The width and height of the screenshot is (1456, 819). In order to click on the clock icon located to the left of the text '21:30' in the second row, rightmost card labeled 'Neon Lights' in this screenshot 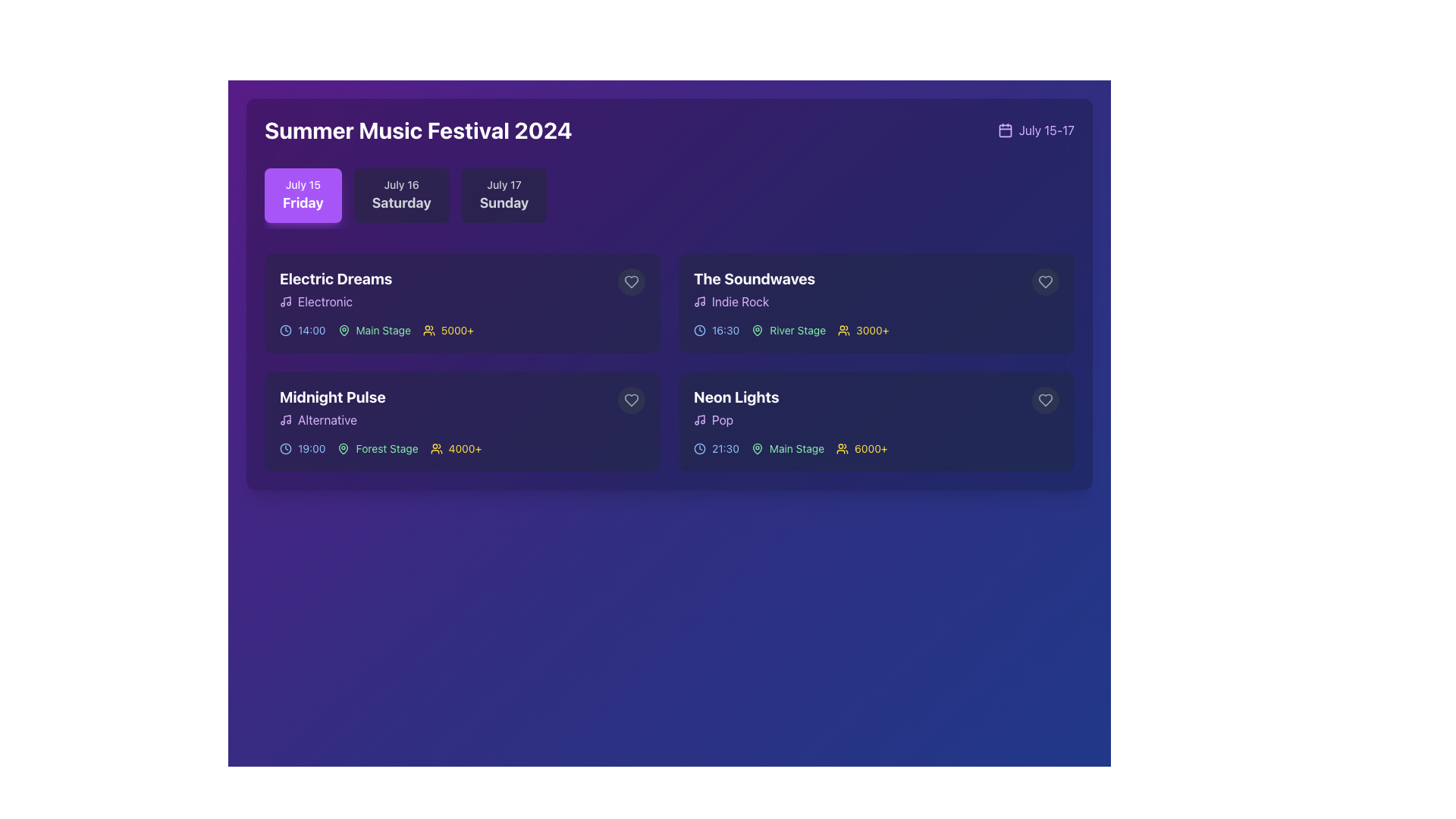, I will do `click(698, 447)`.